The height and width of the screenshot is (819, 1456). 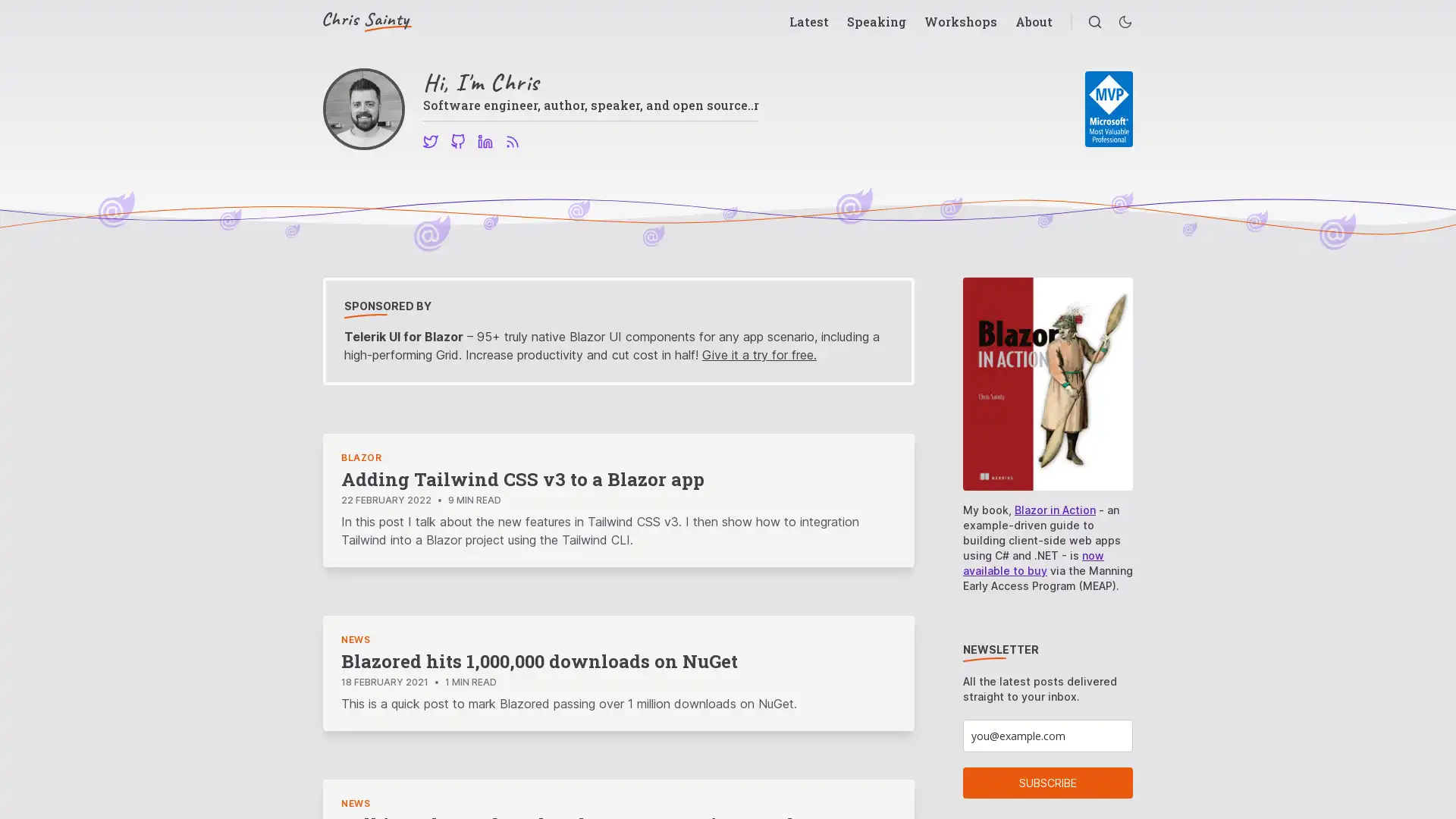 What do you see at coordinates (1047, 783) in the screenshot?
I see `SUBSCRIBE` at bounding box center [1047, 783].